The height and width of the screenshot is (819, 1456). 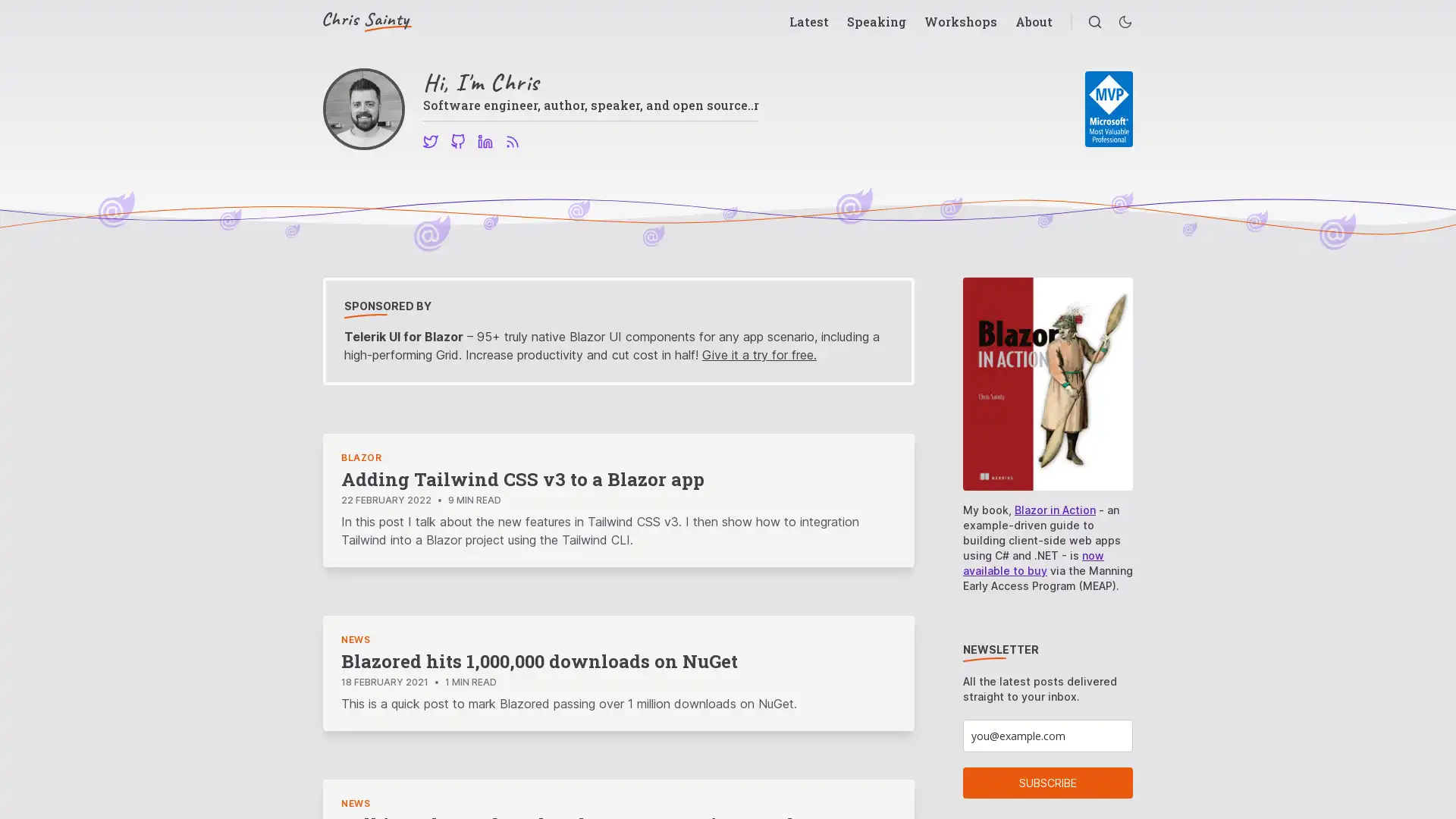 What do you see at coordinates (1047, 783) in the screenshot?
I see `SUBSCRIBE` at bounding box center [1047, 783].